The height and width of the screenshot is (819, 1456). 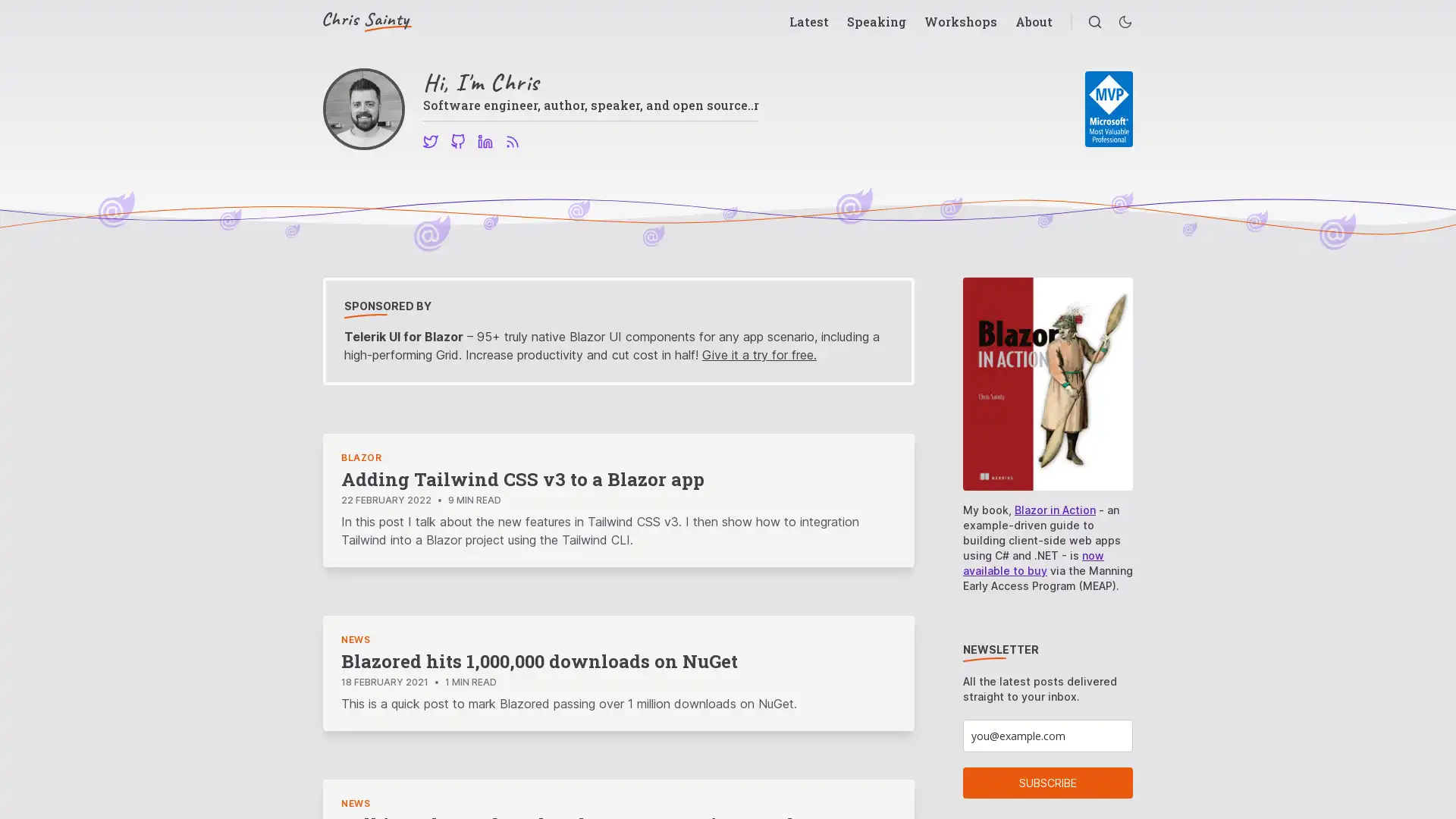 What do you see at coordinates (1047, 783) in the screenshot?
I see `SUBSCRIBE` at bounding box center [1047, 783].